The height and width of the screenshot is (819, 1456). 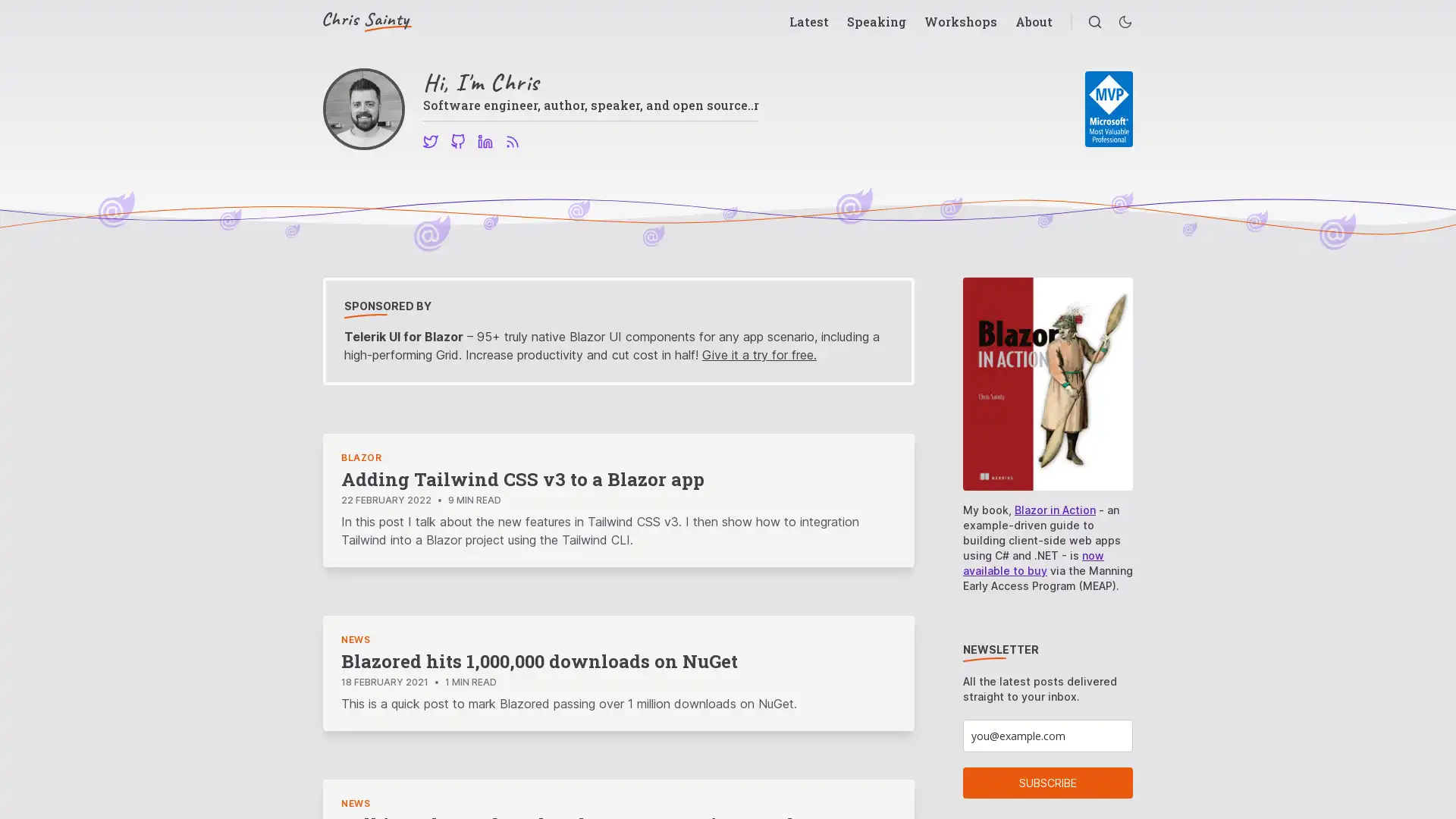 What do you see at coordinates (1047, 783) in the screenshot?
I see `SUBSCRIBE` at bounding box center [1047, 783].